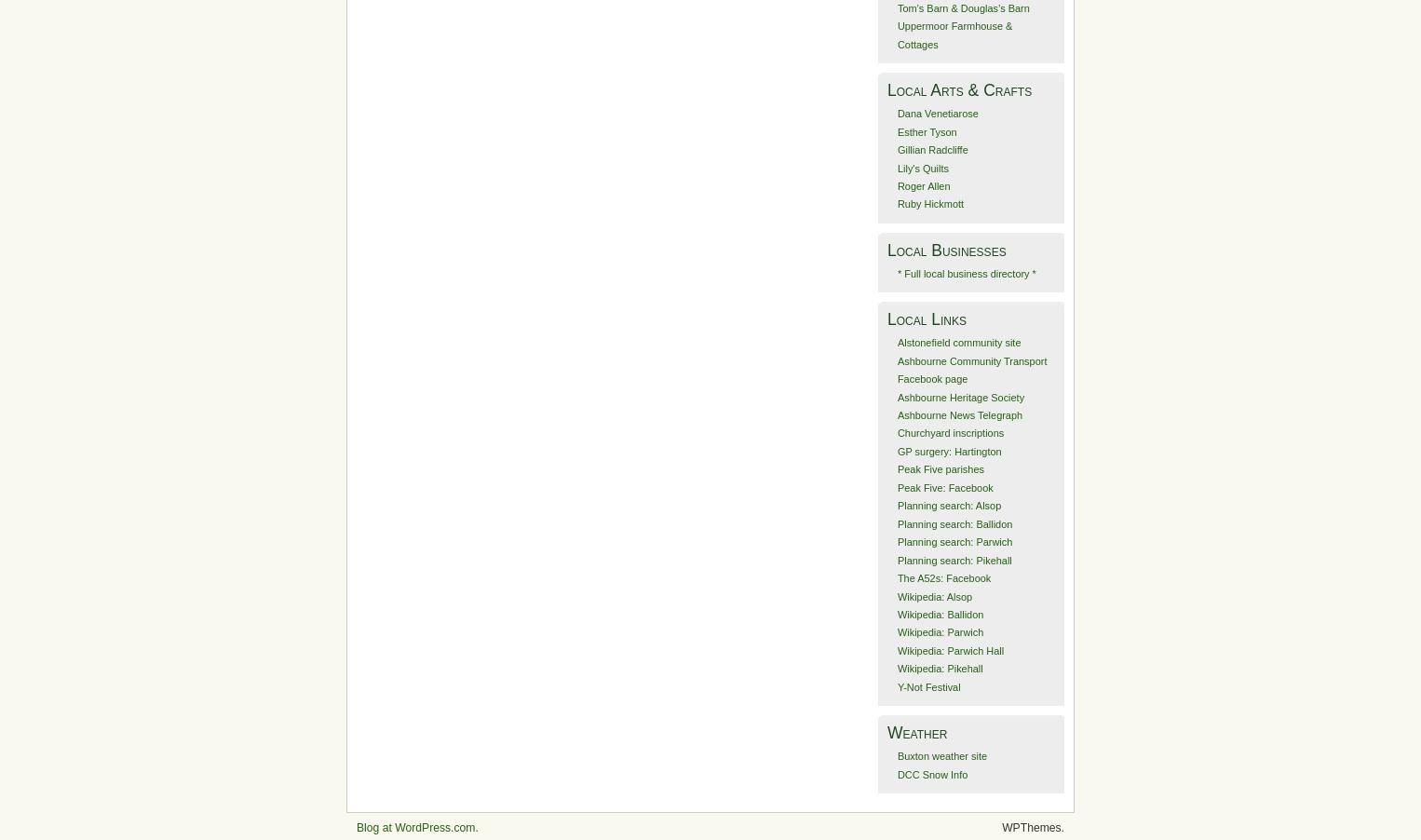  Describe the element at coordinates (949, 431) in the screenshot. I see `'Churchyard inscriptions'` at that location.